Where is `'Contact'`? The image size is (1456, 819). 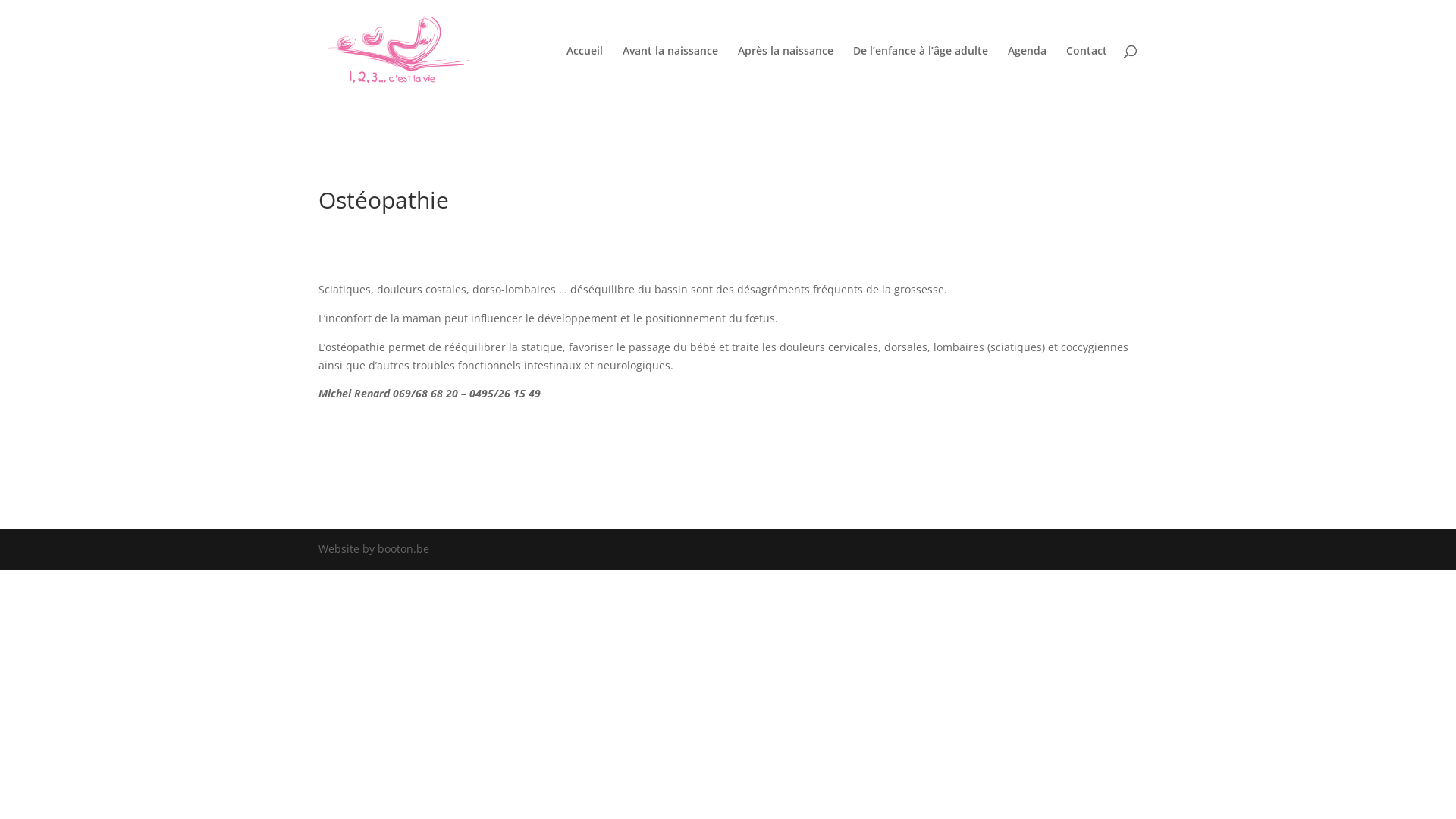 'Contact' is located at coordinates (1086, 73).